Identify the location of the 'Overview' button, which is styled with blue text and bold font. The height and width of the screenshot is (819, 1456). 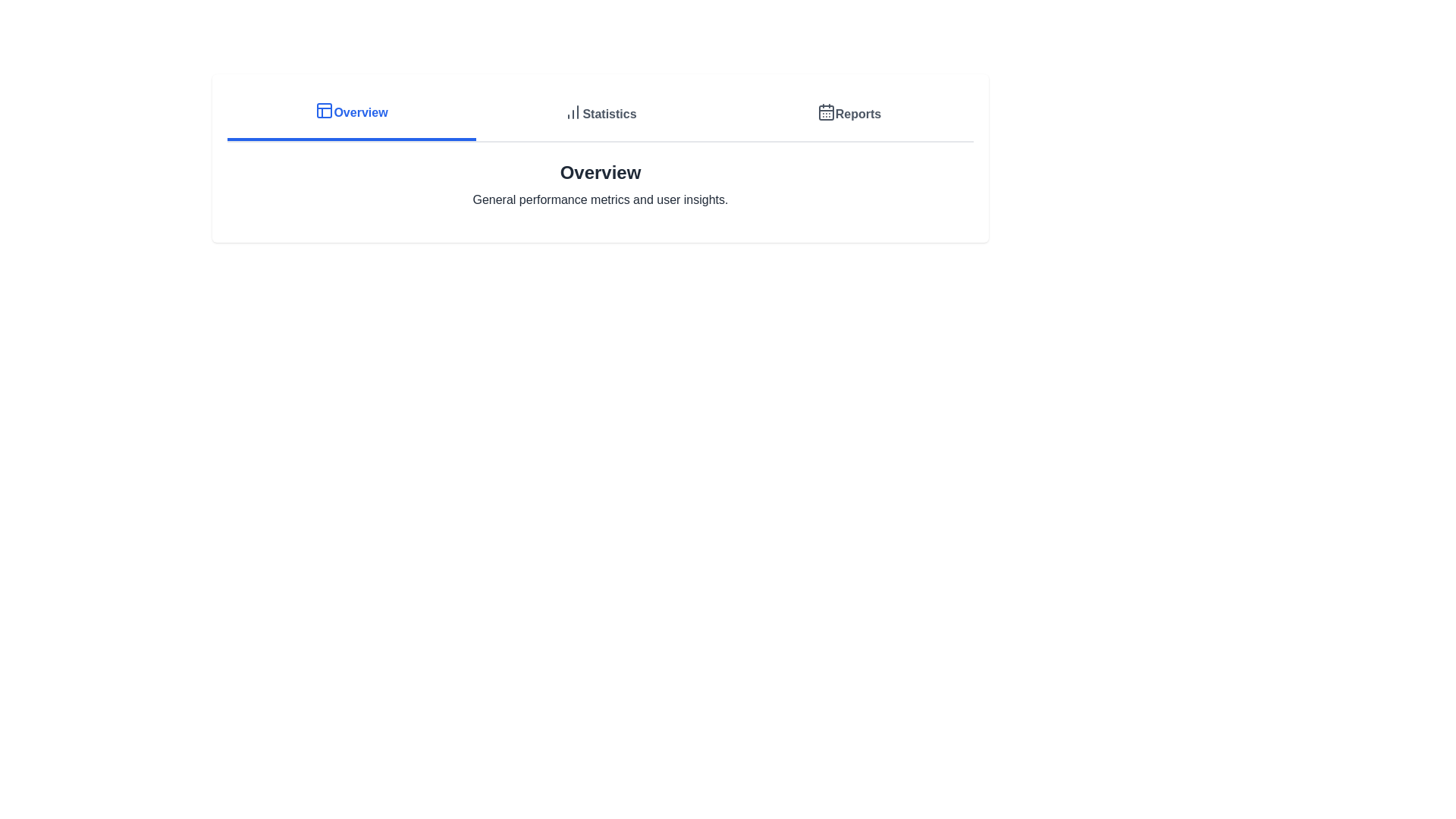
(351, 114).